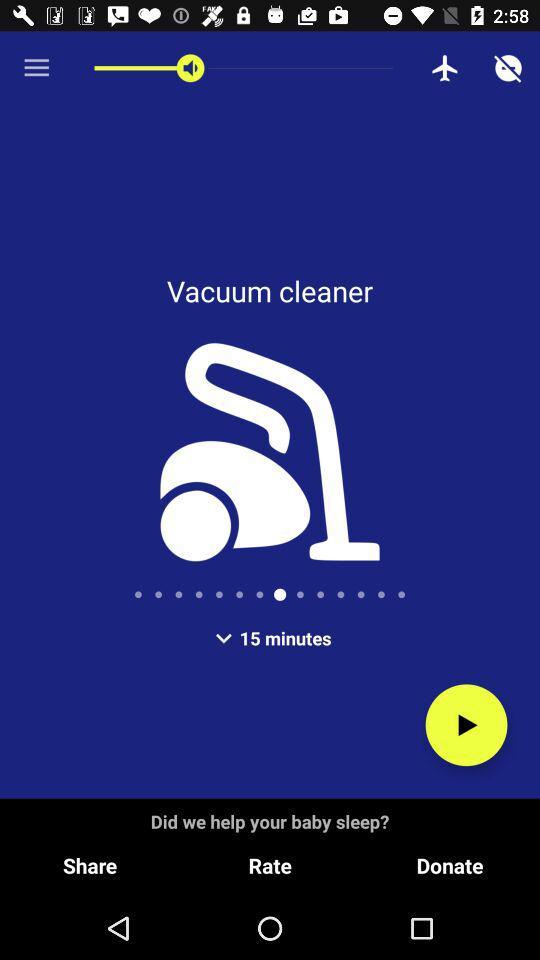  Describe the element at coordinates (466, 724) in the screenshot. I see `the vacuum cleaner` at that location.